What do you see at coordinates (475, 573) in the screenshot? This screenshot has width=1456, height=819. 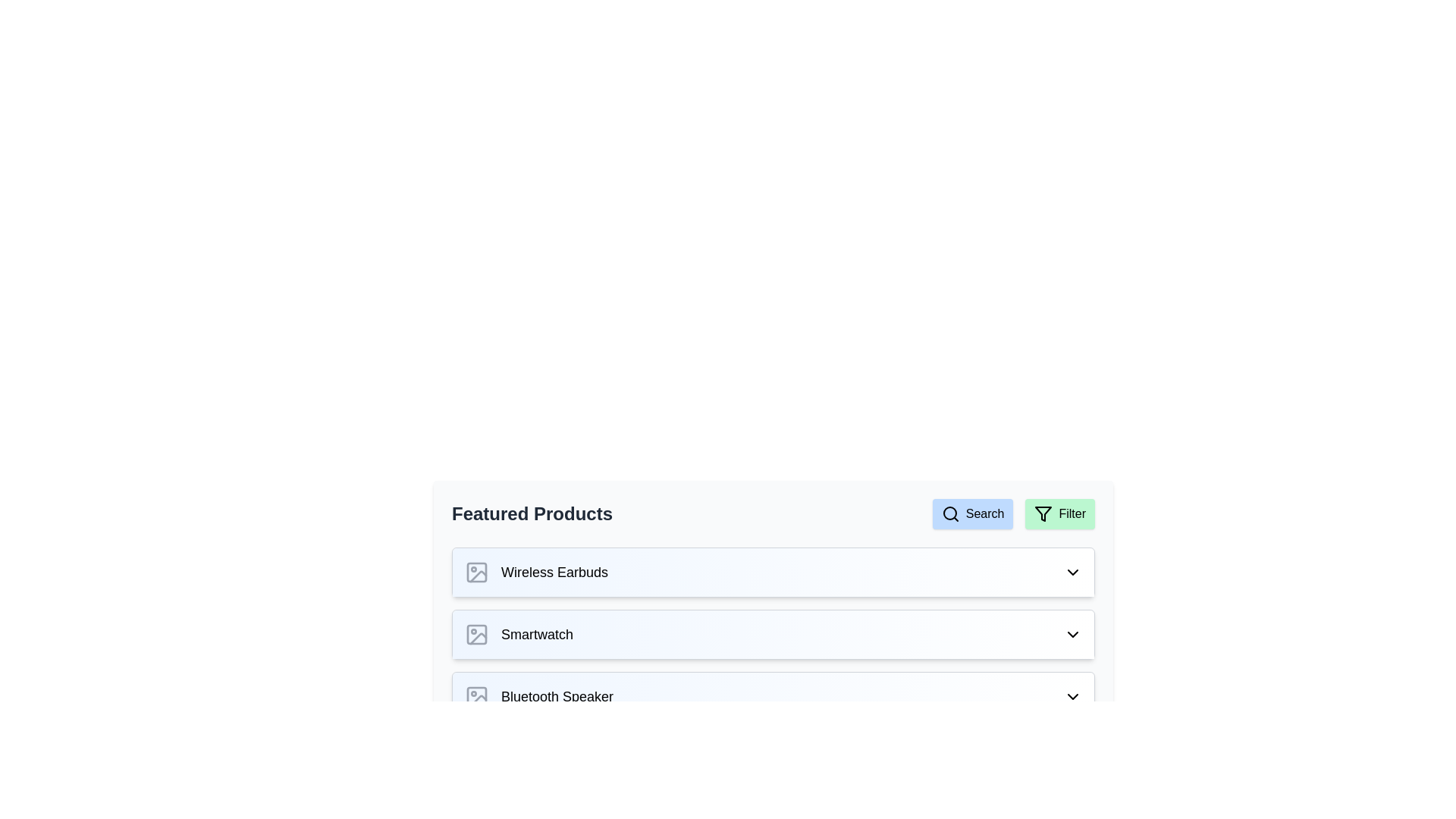 I see `the image placeholder icon with a dotted circle and diagonal line, located to the left of 'Wireless Earbuds' in the 'Featured Products' section` at bounding box center [475, 573].